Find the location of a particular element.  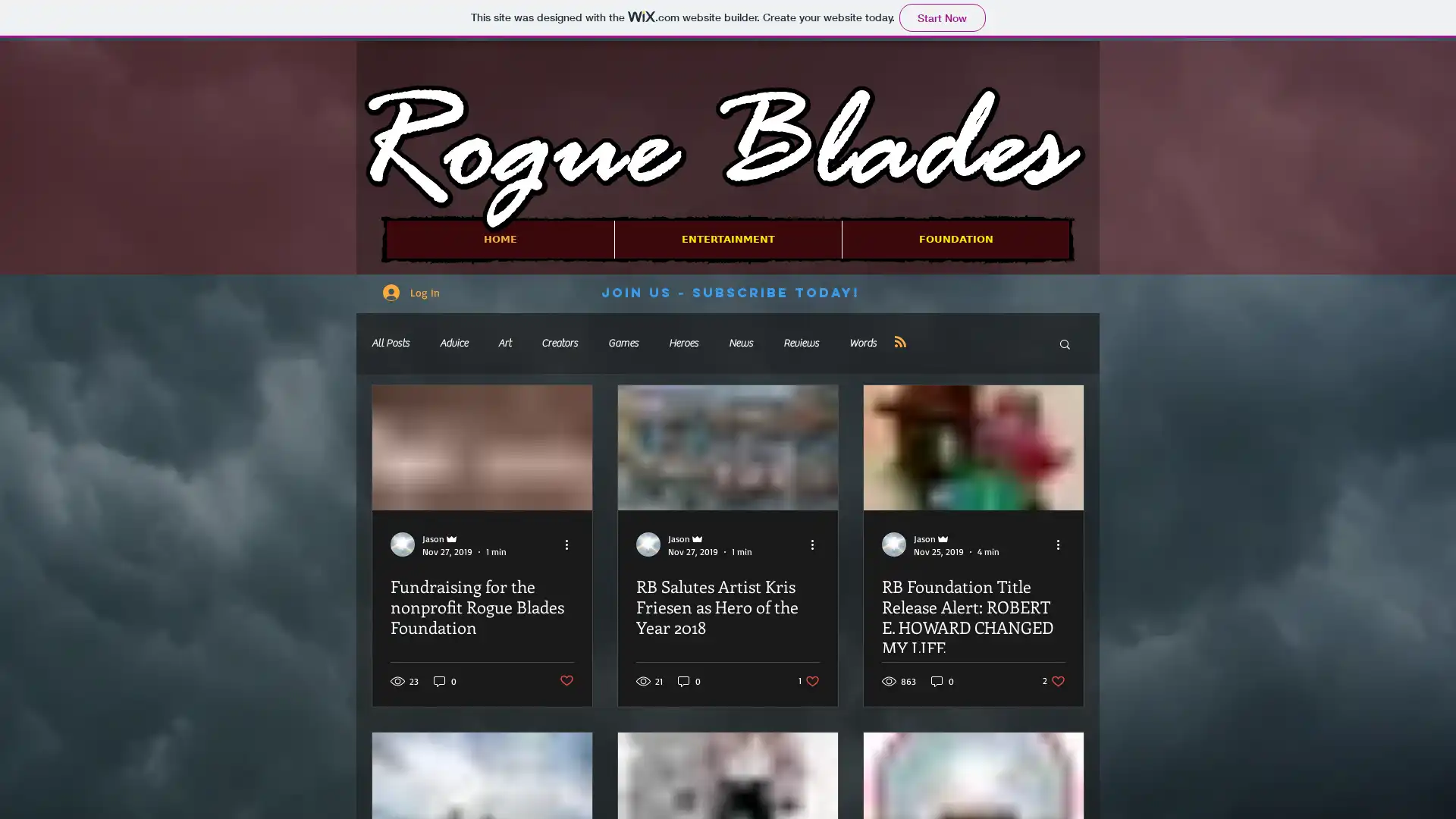

Games is located at coordinates (623, 343).